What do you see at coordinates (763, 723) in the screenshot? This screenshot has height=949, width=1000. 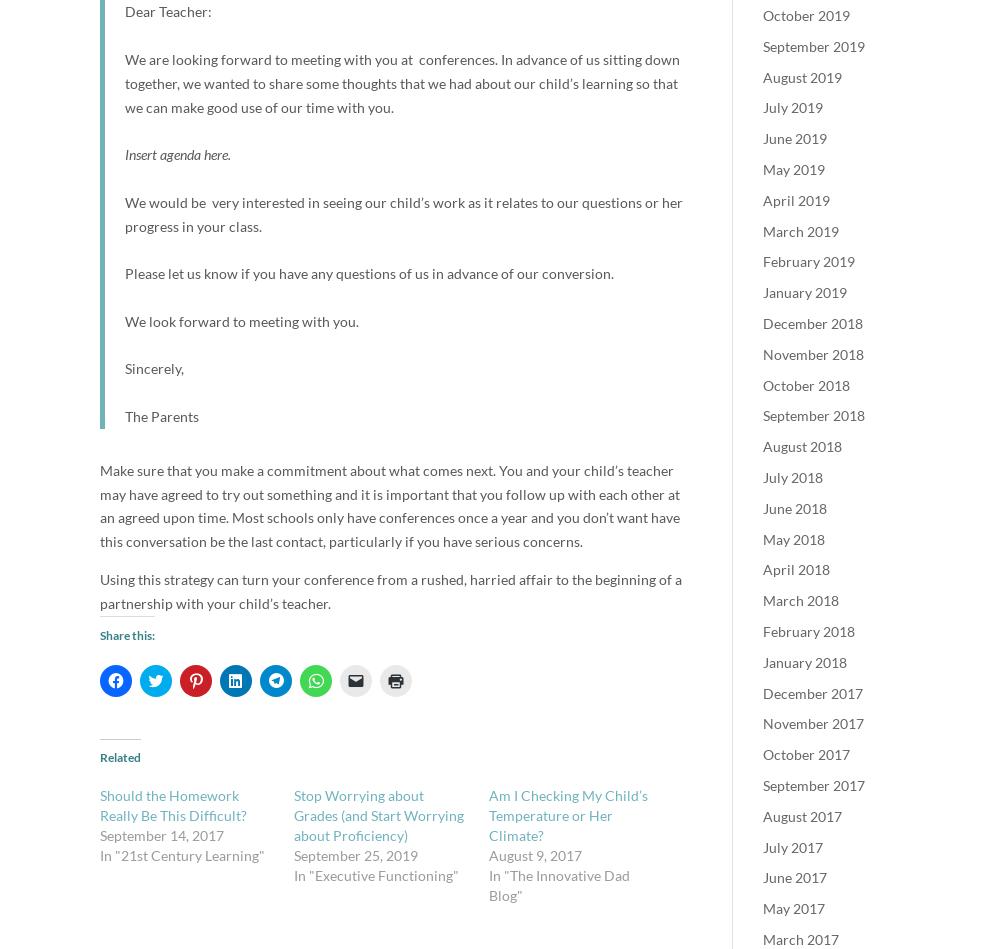 I see `'November 2017'` at bounding box center [763, 723].